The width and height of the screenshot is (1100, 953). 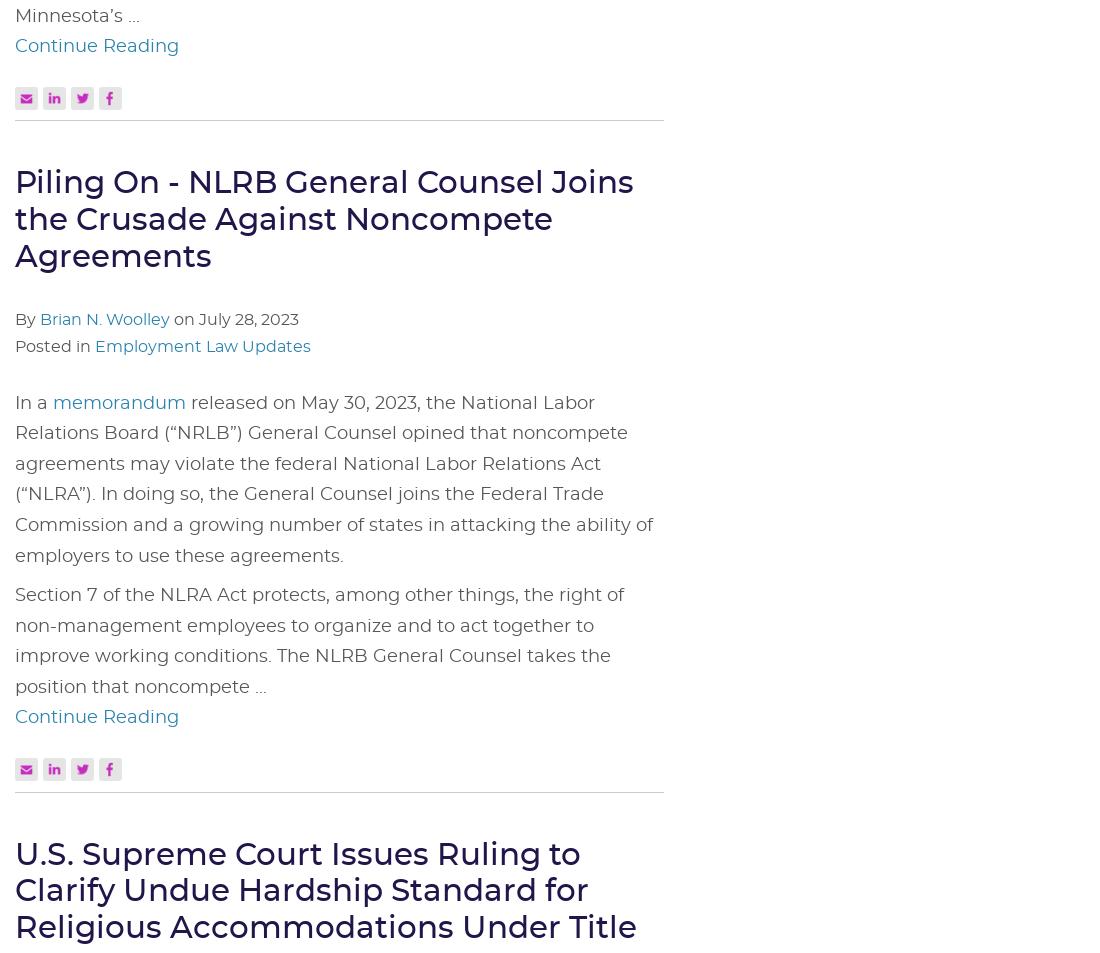 What do you see at coordinates (54, 345) in the screenshot?
I see `'Posted in'` at bounding box center [54, 345].